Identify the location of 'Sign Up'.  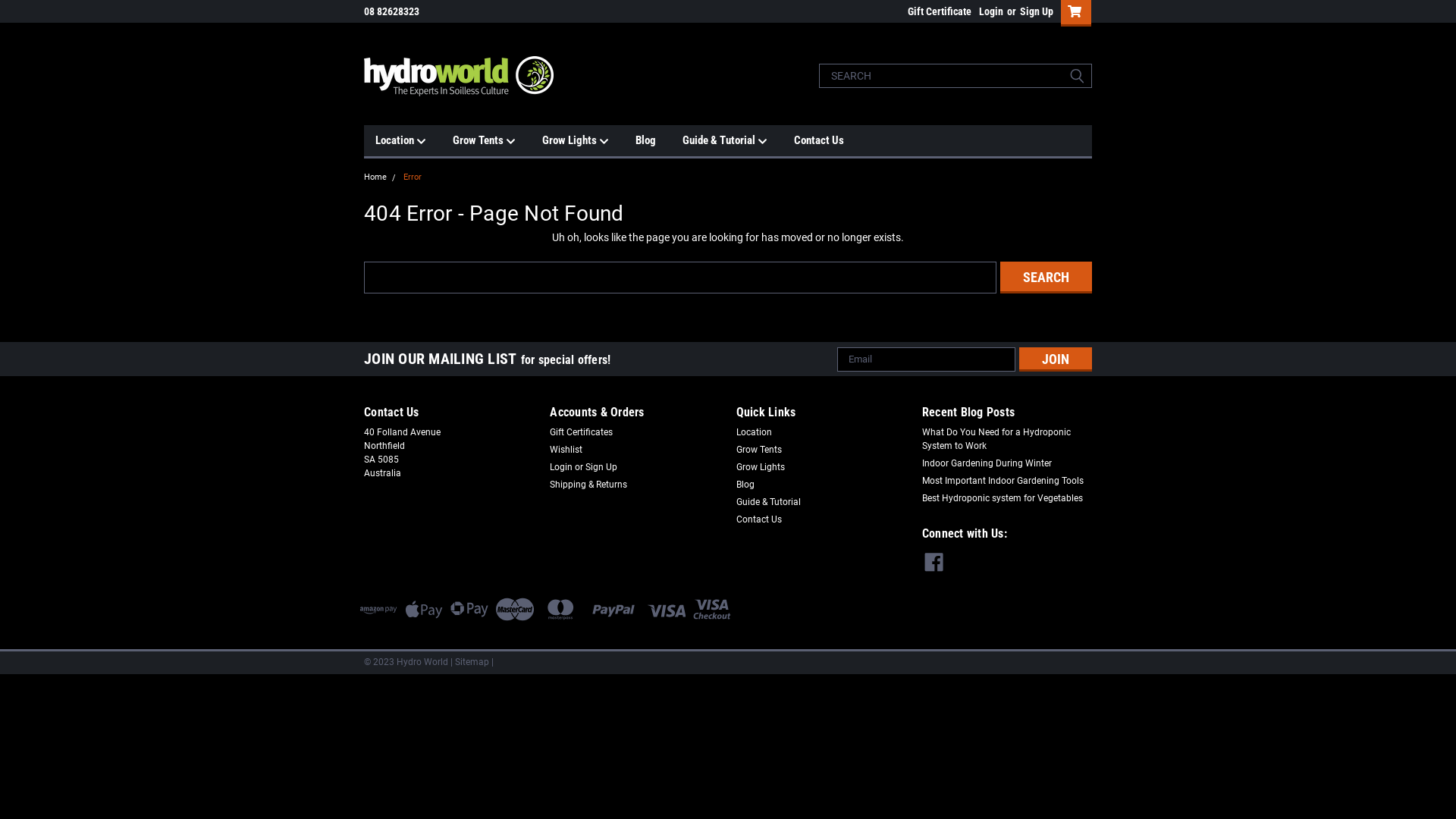
(1034, 11).